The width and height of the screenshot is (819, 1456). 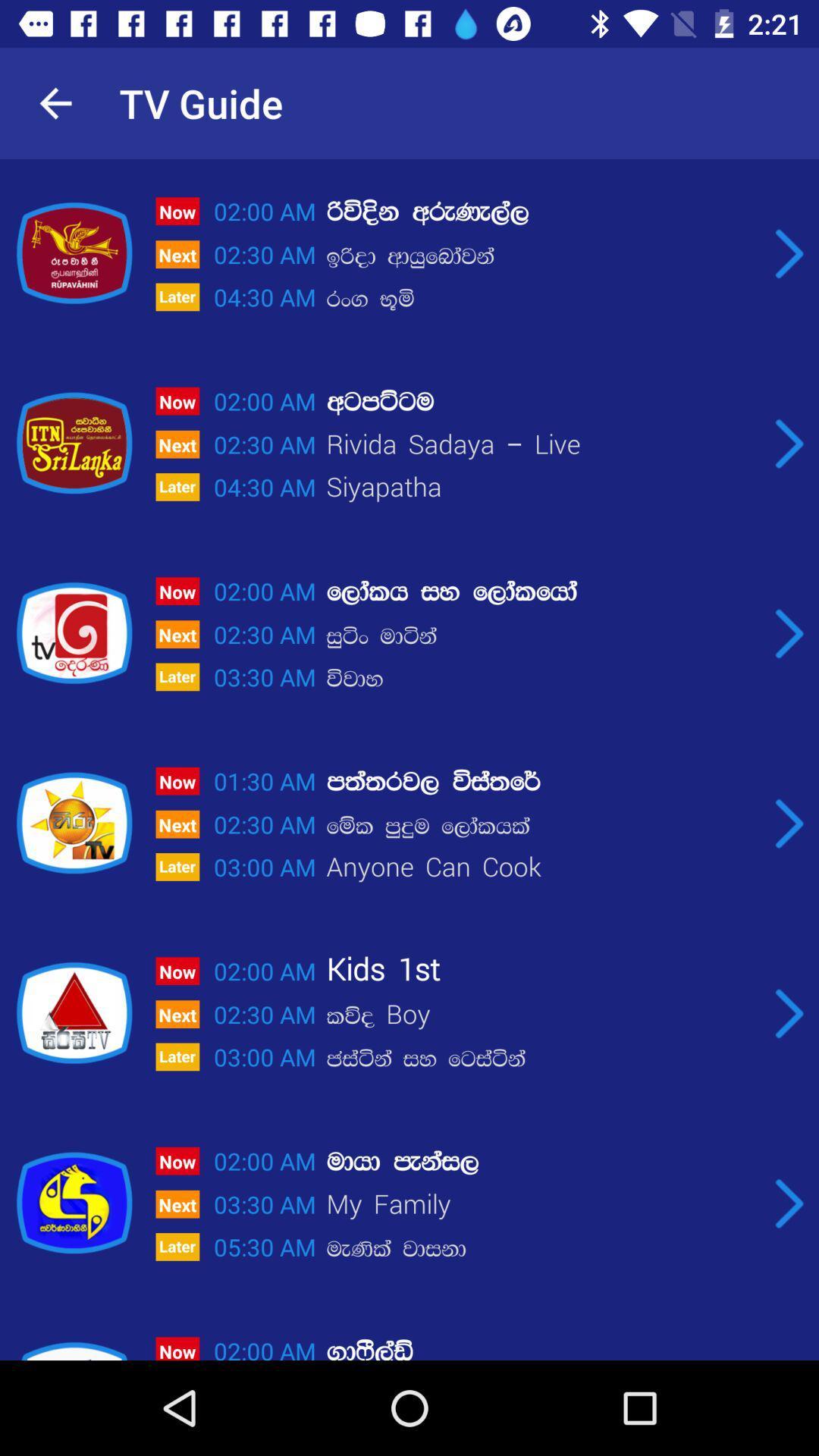 What do you see at coordinates (55, 102) in the screenshot?
I see `item next to the tv guide icon` at bounding box center [55, 102].